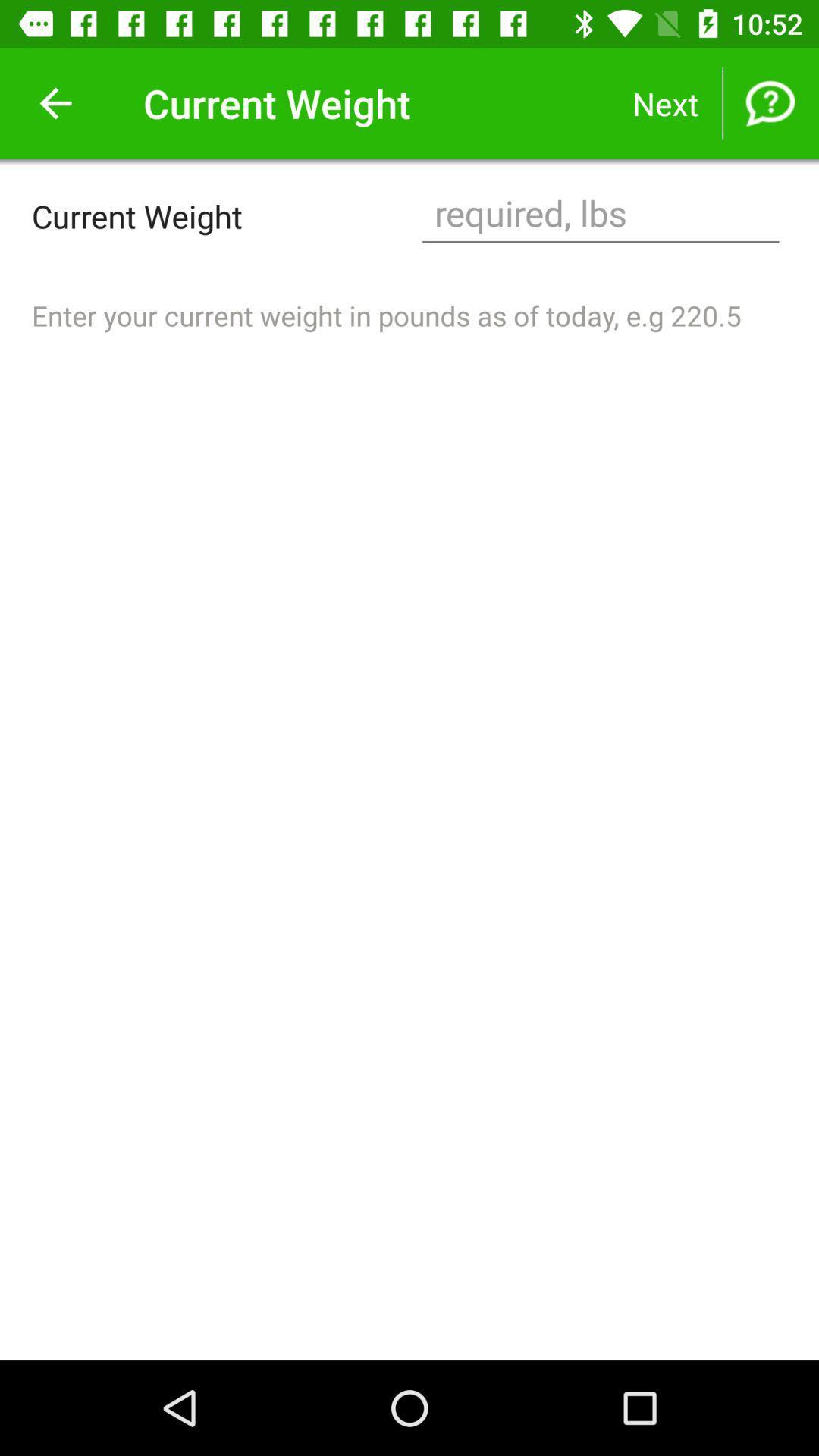 The height and width of the screenshot is (1456, 819). What do you see at coordinates (600, 215) in the screenshot?
I see `icon next to the current weight` at bounding box center [600, 215].